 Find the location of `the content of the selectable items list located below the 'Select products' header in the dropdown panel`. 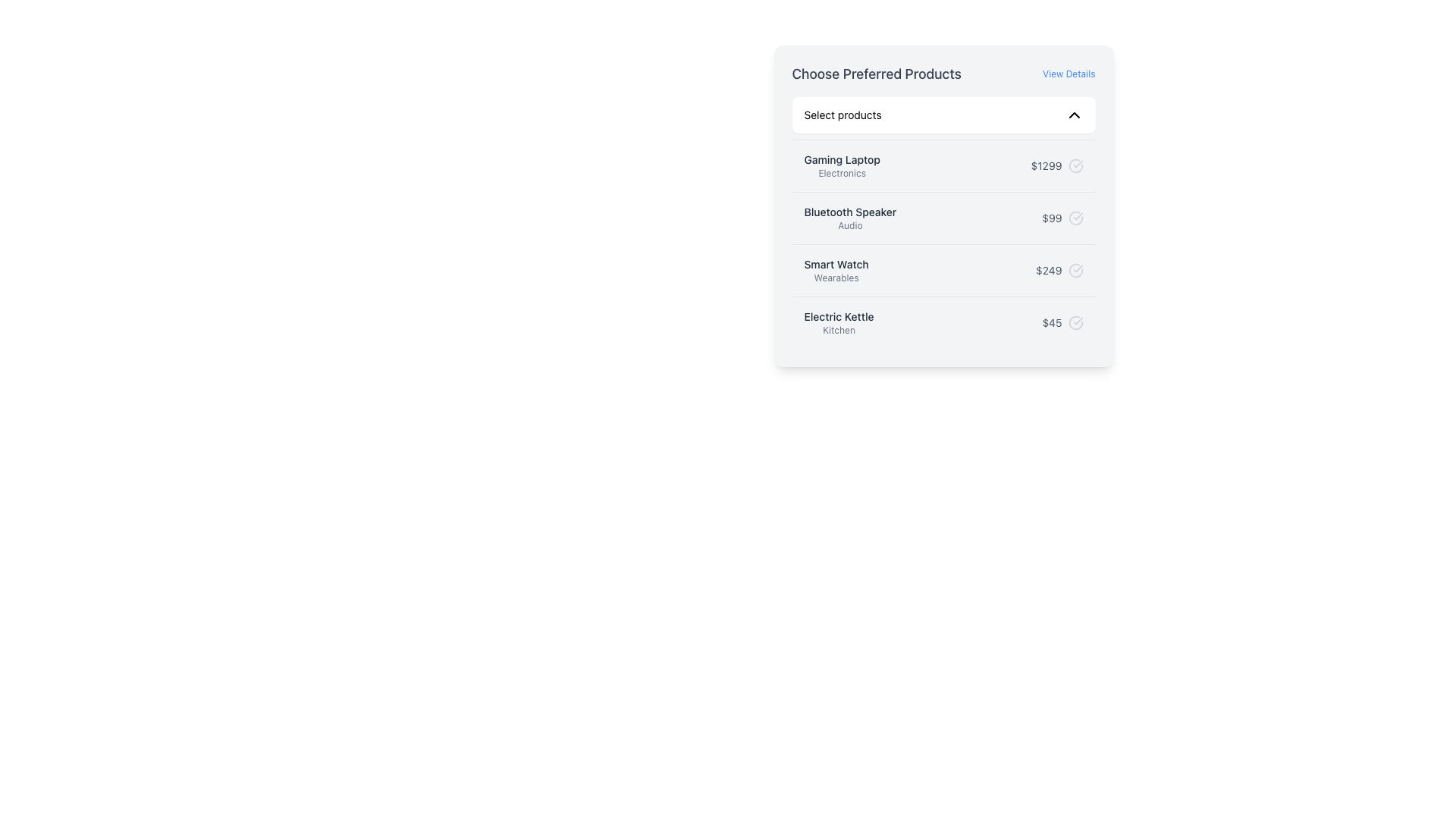

the content of the selectable items list located below the 'Select products' header in the dropdown panel is located at coordinates (943, 243).